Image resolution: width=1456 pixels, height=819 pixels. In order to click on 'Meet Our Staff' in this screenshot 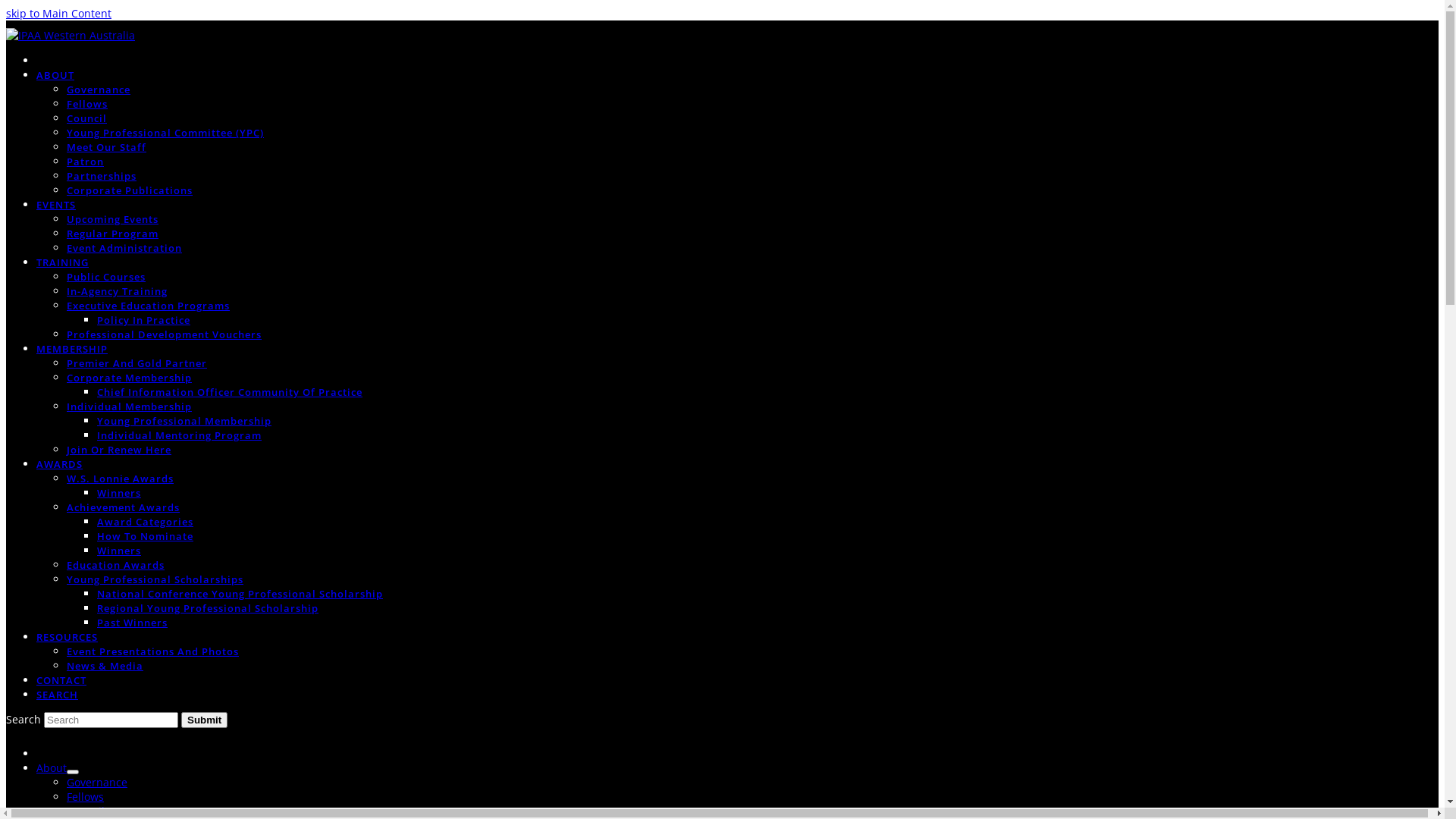, I will do `click(105, 146)`.